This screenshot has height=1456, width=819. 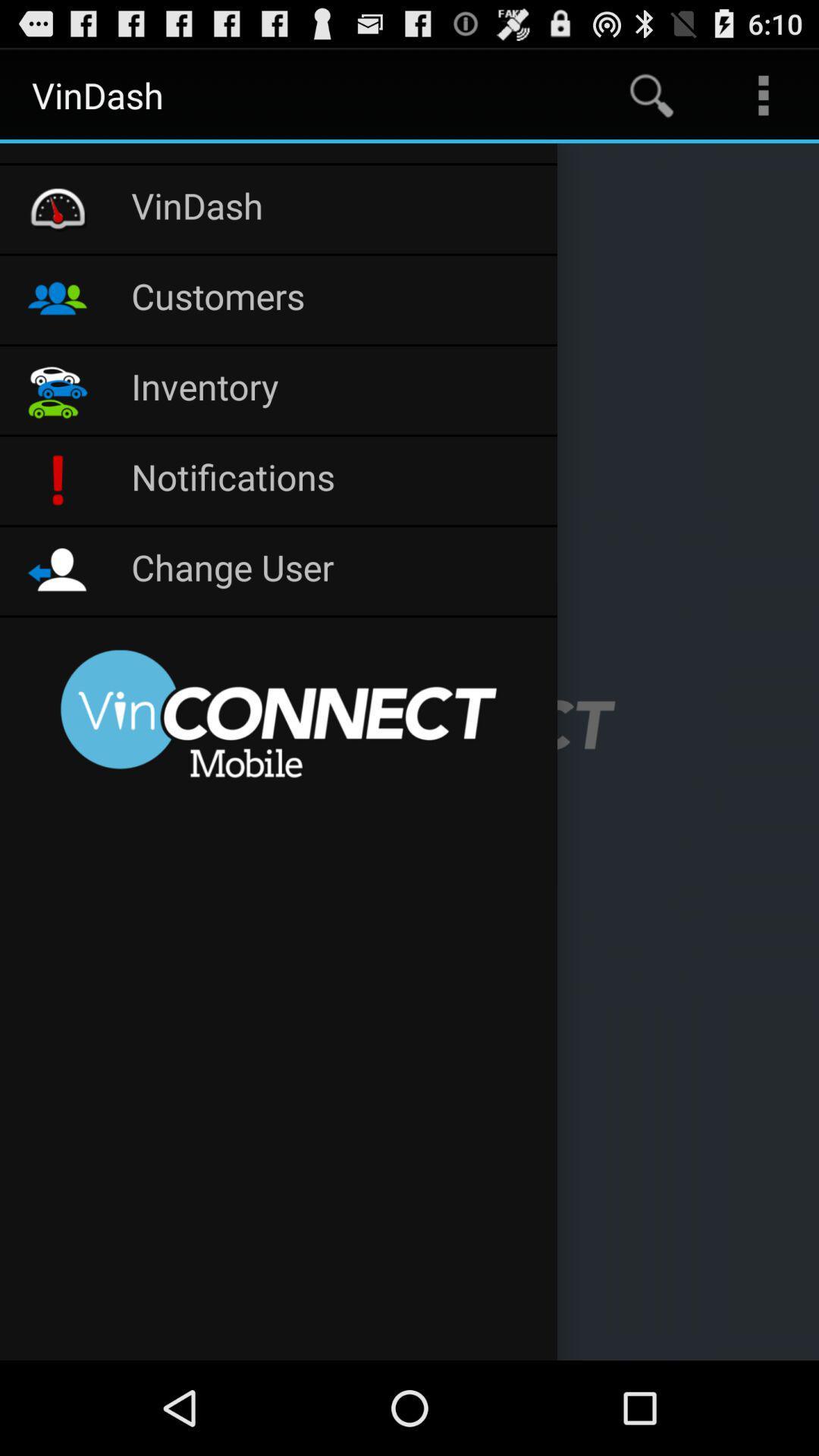 What do you see at coordinates (335, 300) in the screenshot?
I see `icon above inventory item` at bounding box center [335, 300].